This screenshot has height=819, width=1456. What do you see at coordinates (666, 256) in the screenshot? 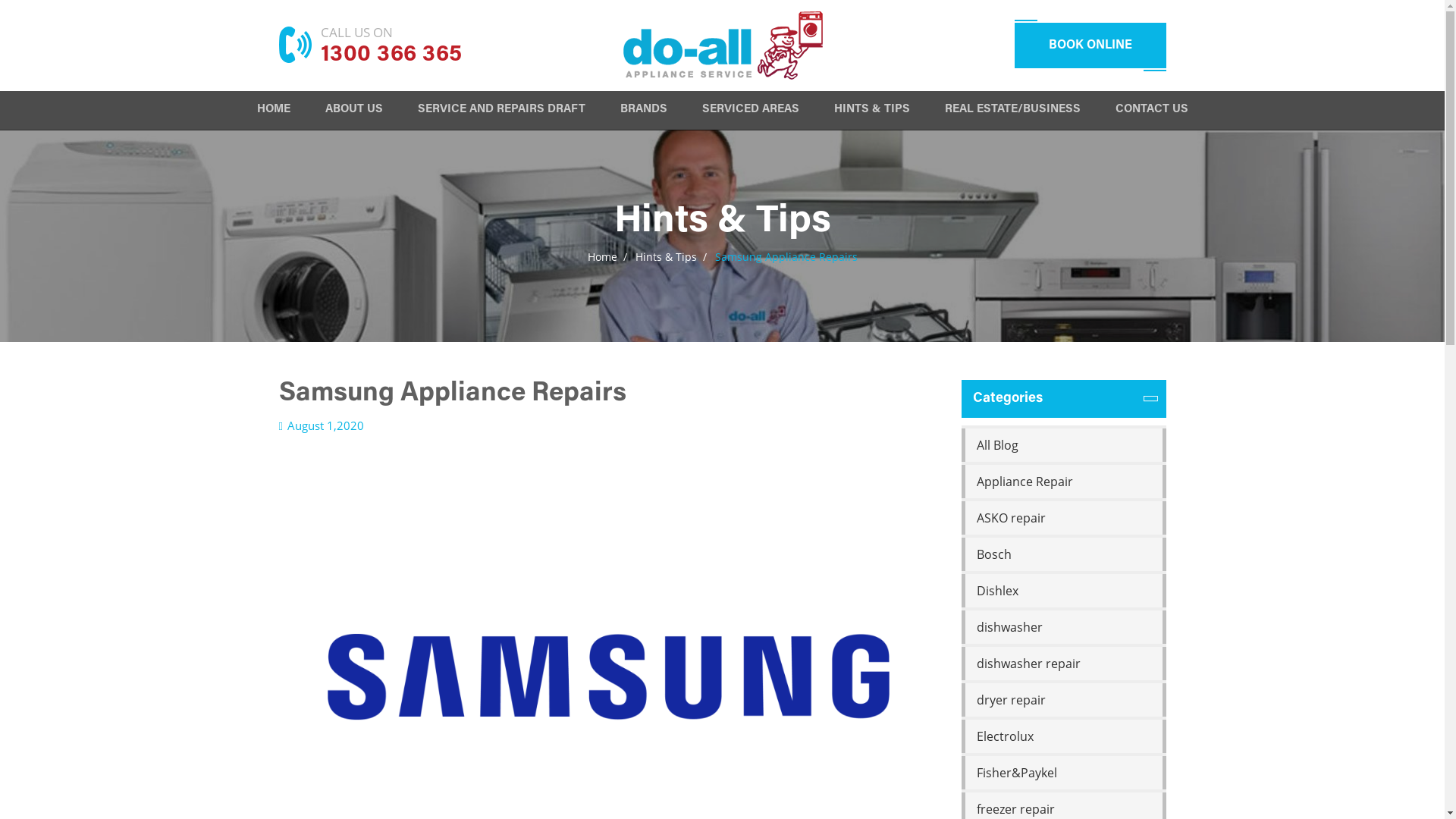
I see `'Hints & Tips'` at bounding box center [666, 256].